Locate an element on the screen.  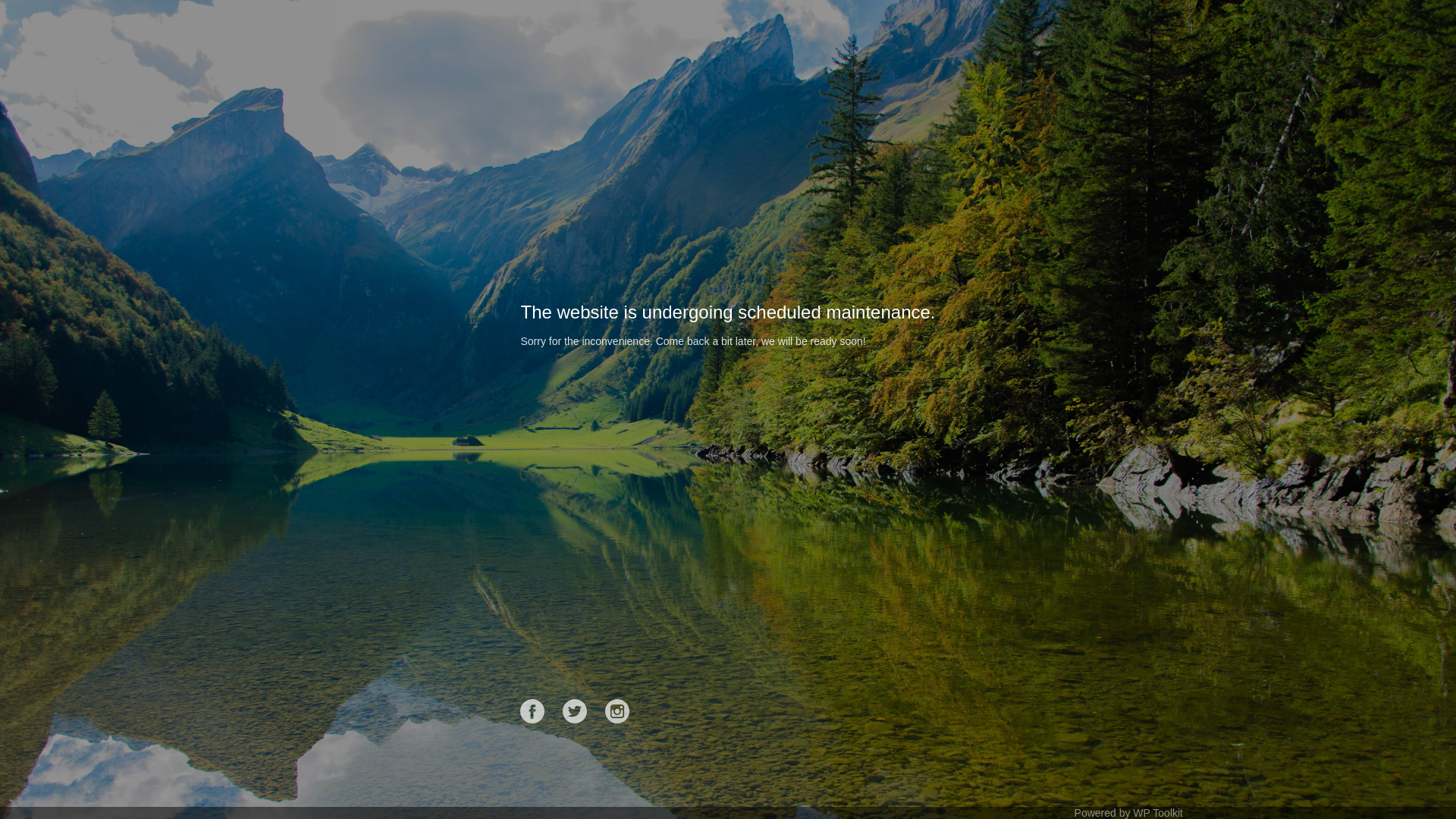
'Instagram' is located at coordinates (617, 711).